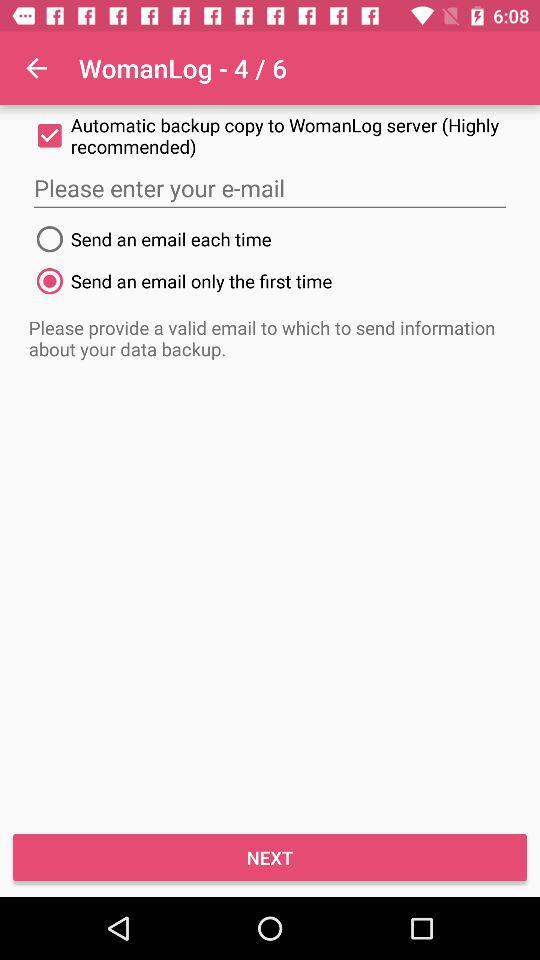 Image resolution: width=540 pixels, height=960 pixels. I want to click on the icon below the please provide a, so click(270, 856).